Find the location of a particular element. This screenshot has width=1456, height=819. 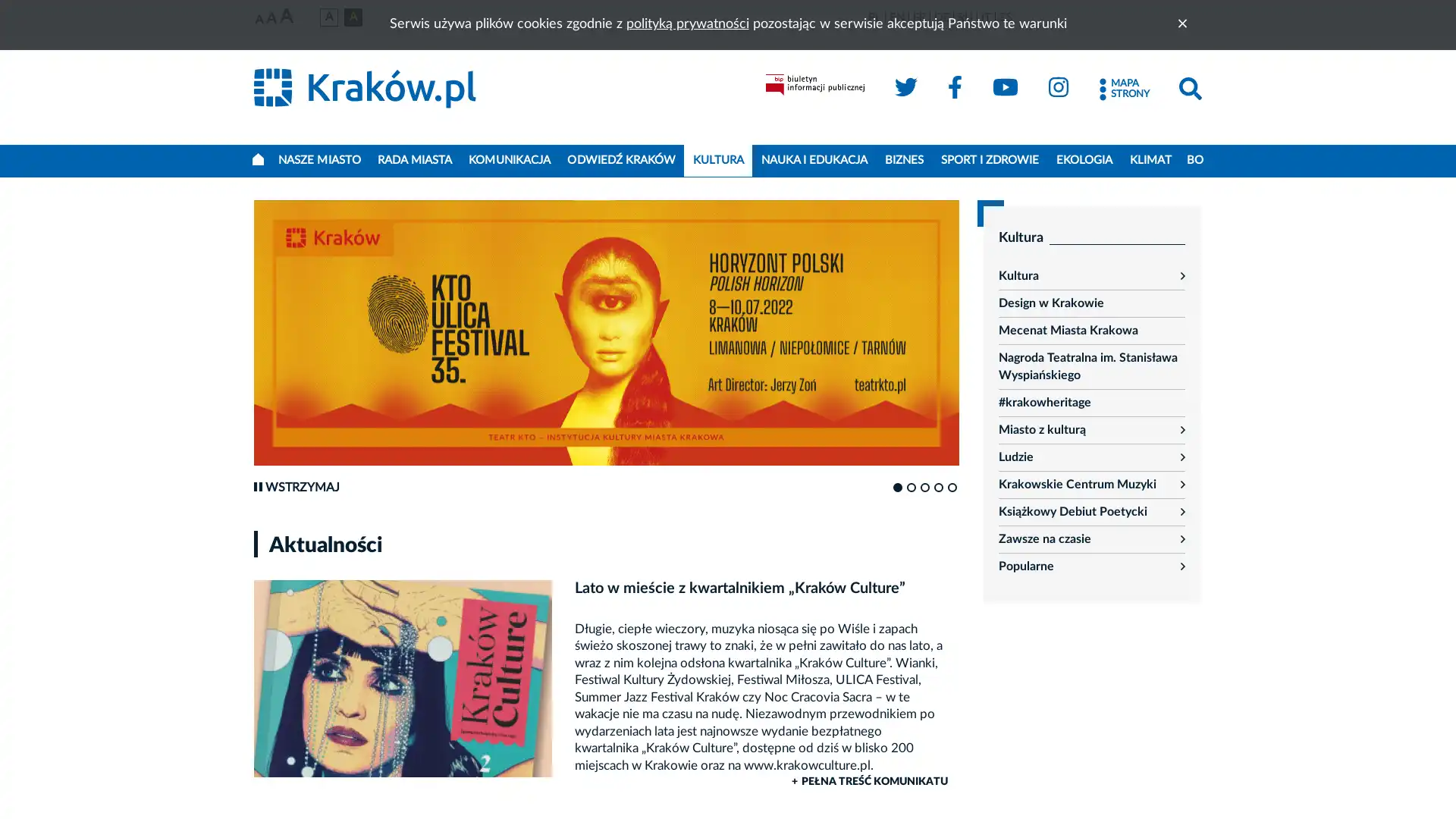

Go to slide 3 is located at coordinates (924, 488).